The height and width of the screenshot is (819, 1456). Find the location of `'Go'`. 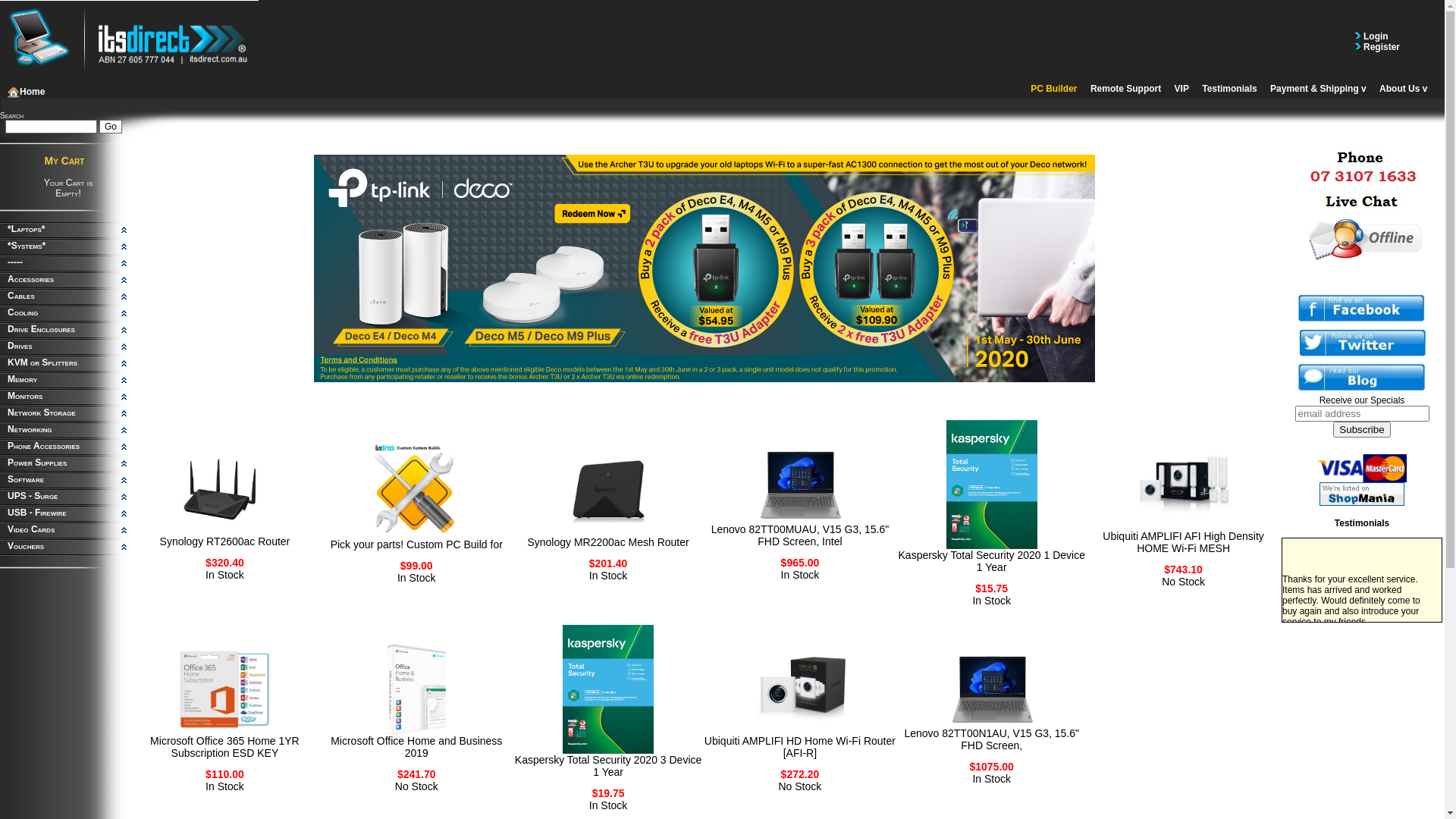

'Go' is located at coordinates (109, 125).